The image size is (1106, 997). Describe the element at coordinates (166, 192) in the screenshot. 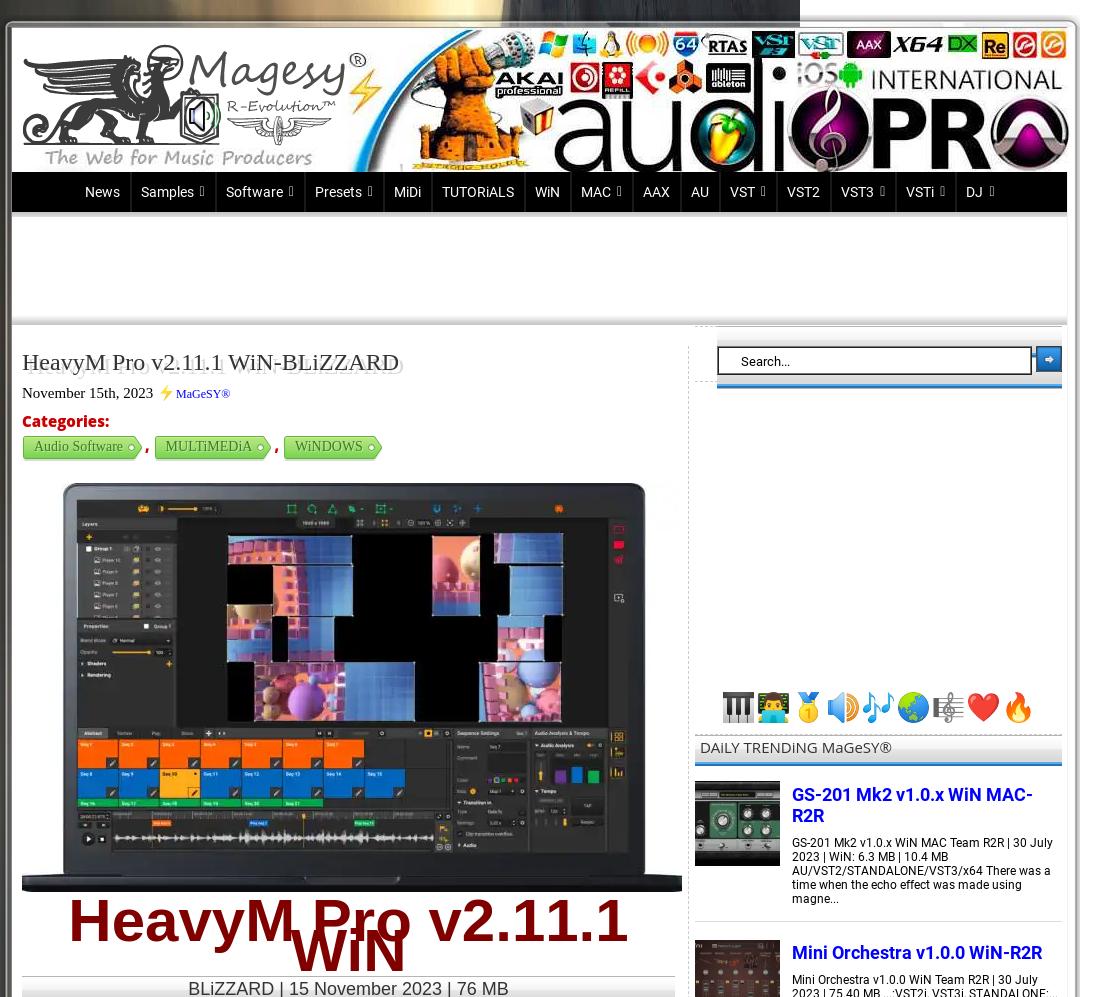

I see `'Samples'` at that location.